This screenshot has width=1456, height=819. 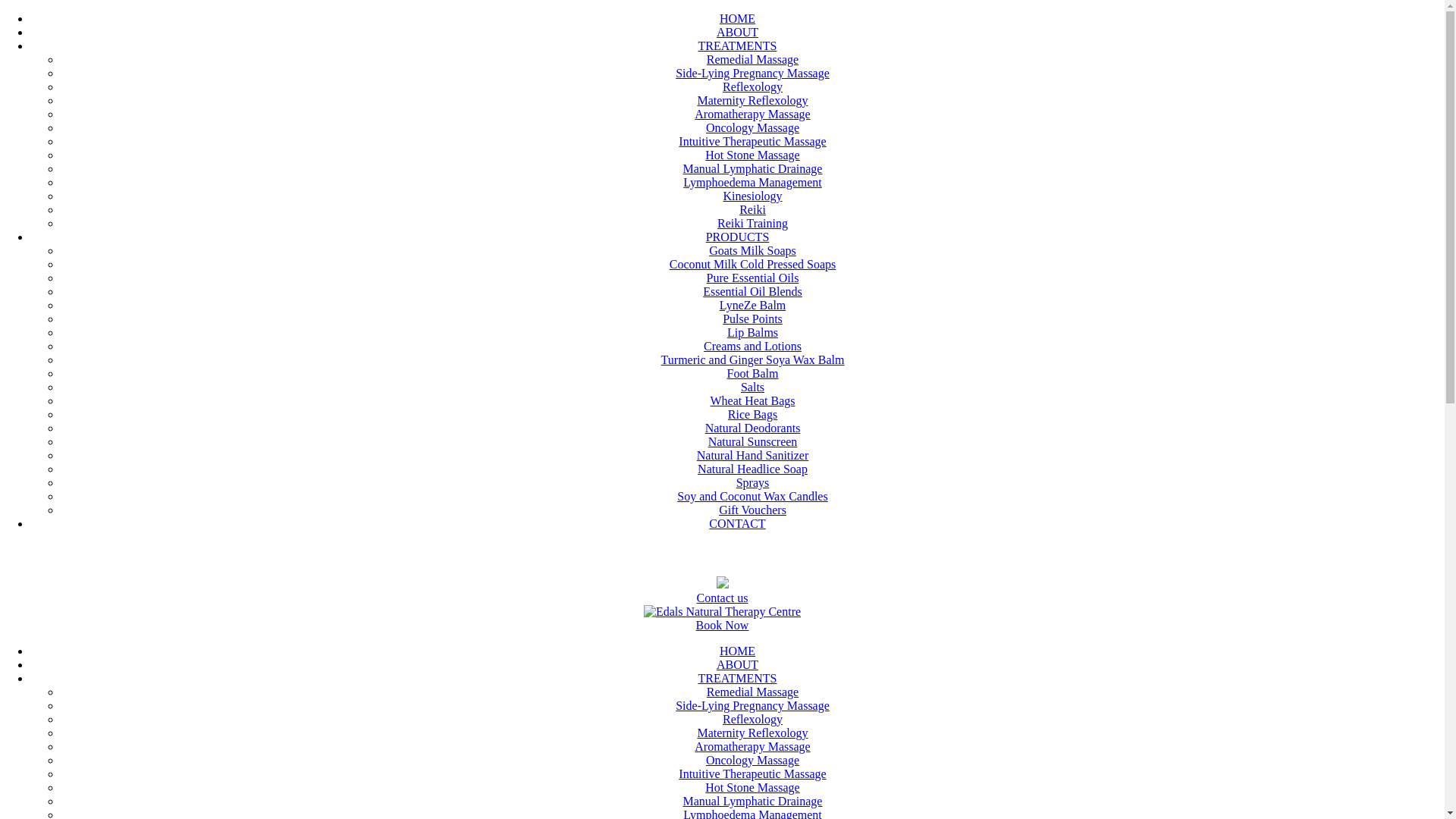 I want to click on 'Natural Hand Sanitizer', so click(x=753, y=454).